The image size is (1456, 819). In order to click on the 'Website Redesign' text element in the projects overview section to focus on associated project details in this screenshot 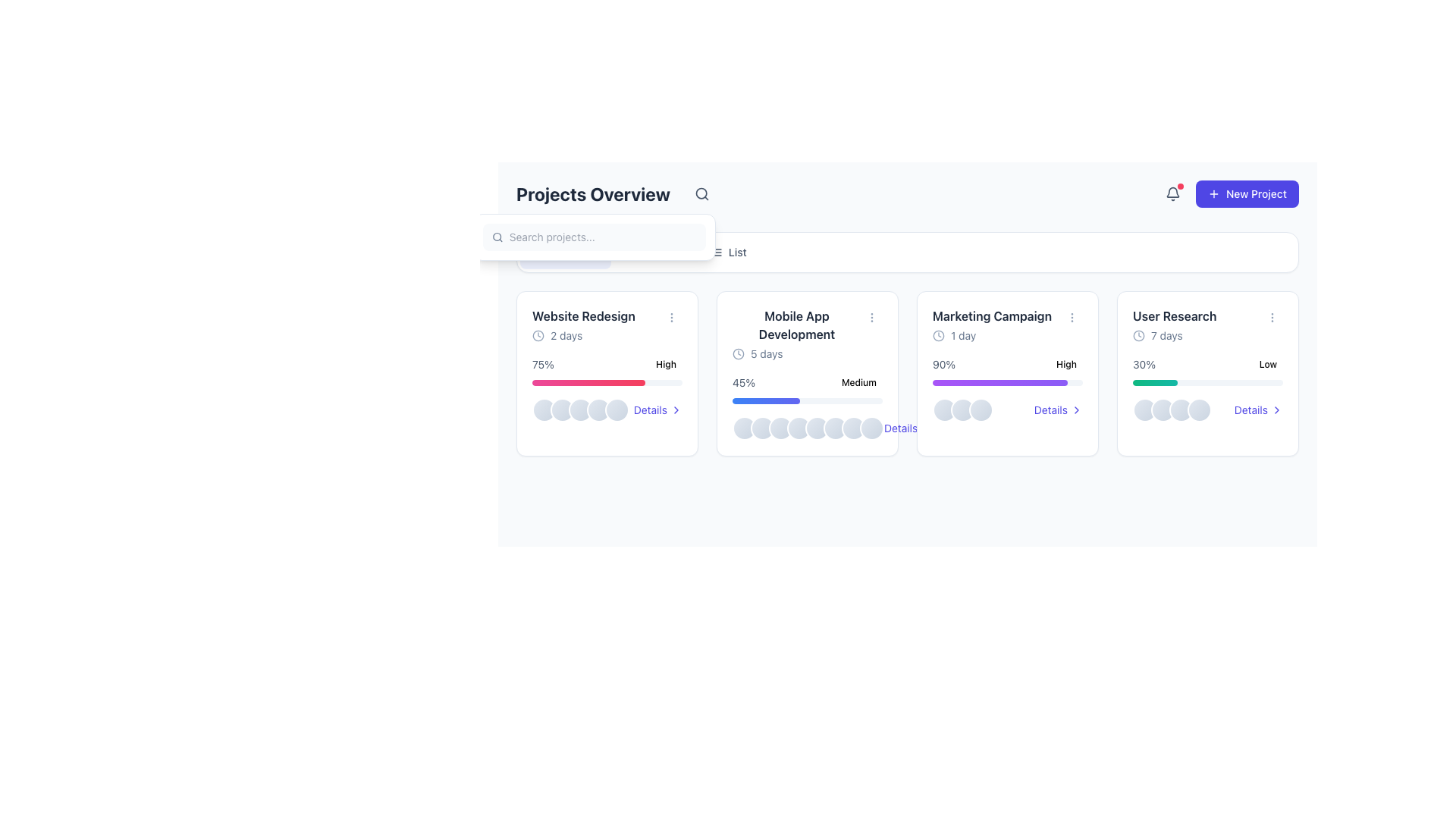, I will do `click(607, 324)`.